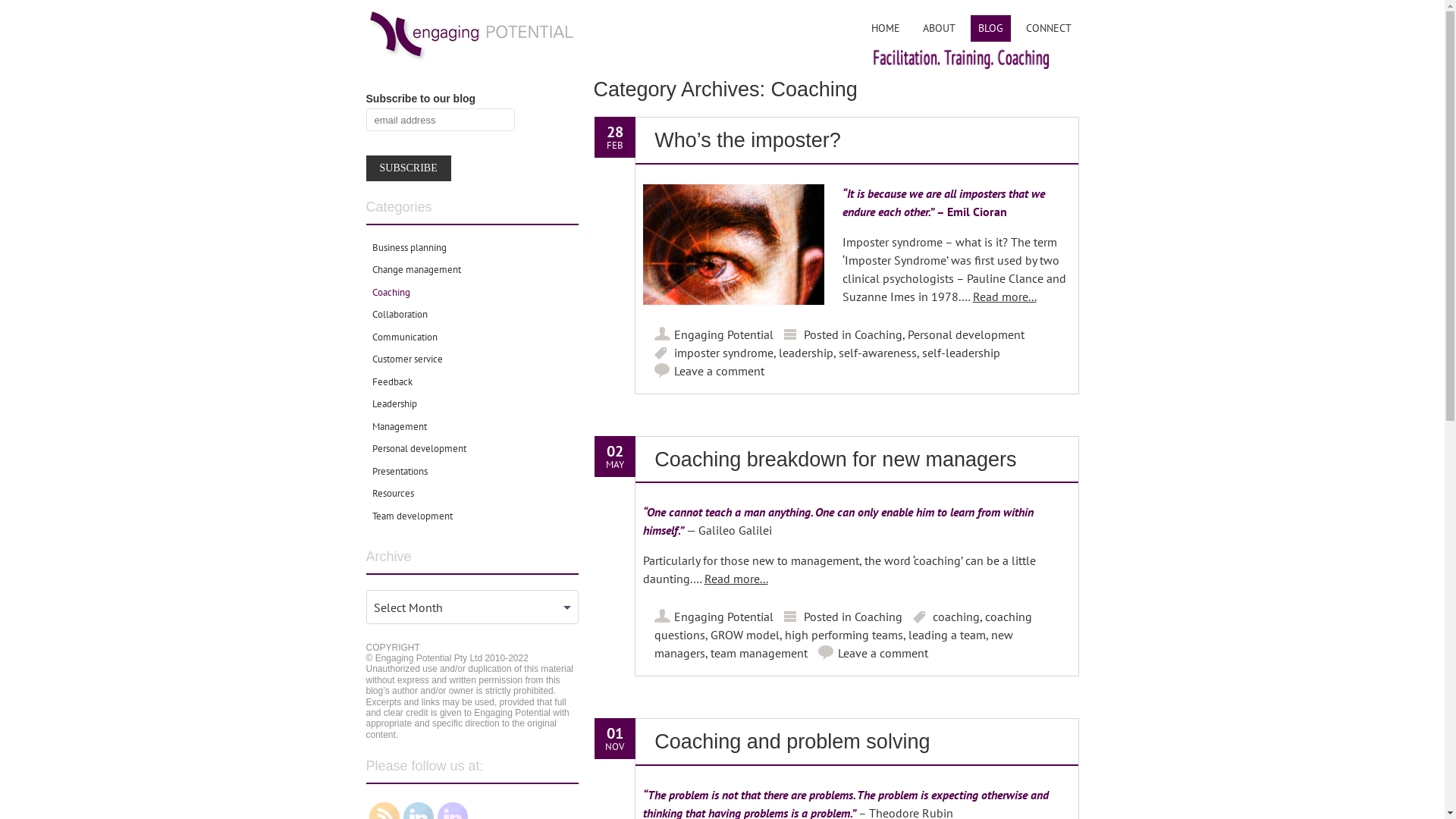 The height and width of the screenshot is (819, 1456). Describe the element at coordinates (399, 470) in the screenshot. I see `'Presentations'` at that location.